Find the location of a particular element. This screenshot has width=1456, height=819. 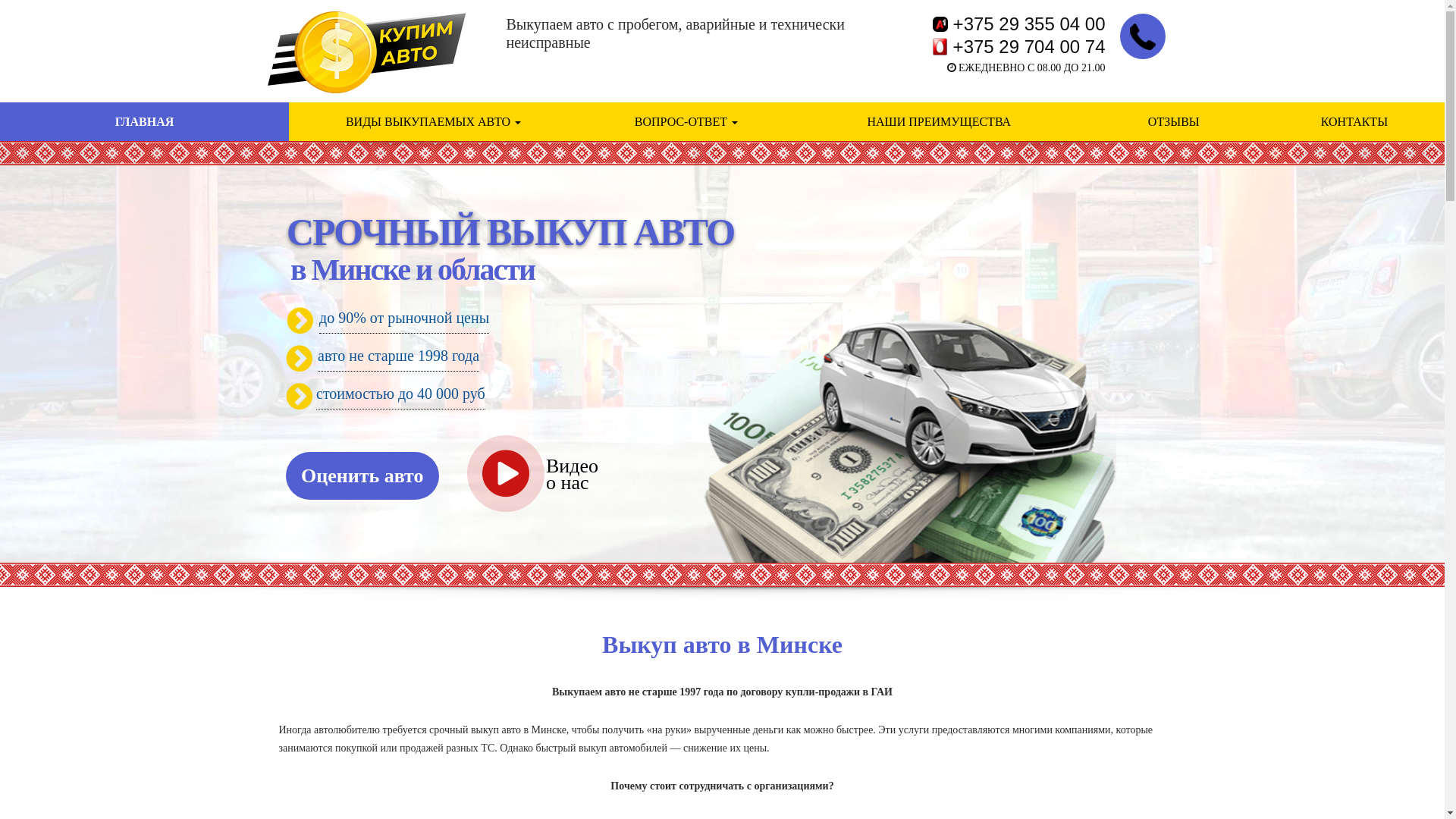

'+375 29 355 04 00' is located at coordinates (1019, 24).